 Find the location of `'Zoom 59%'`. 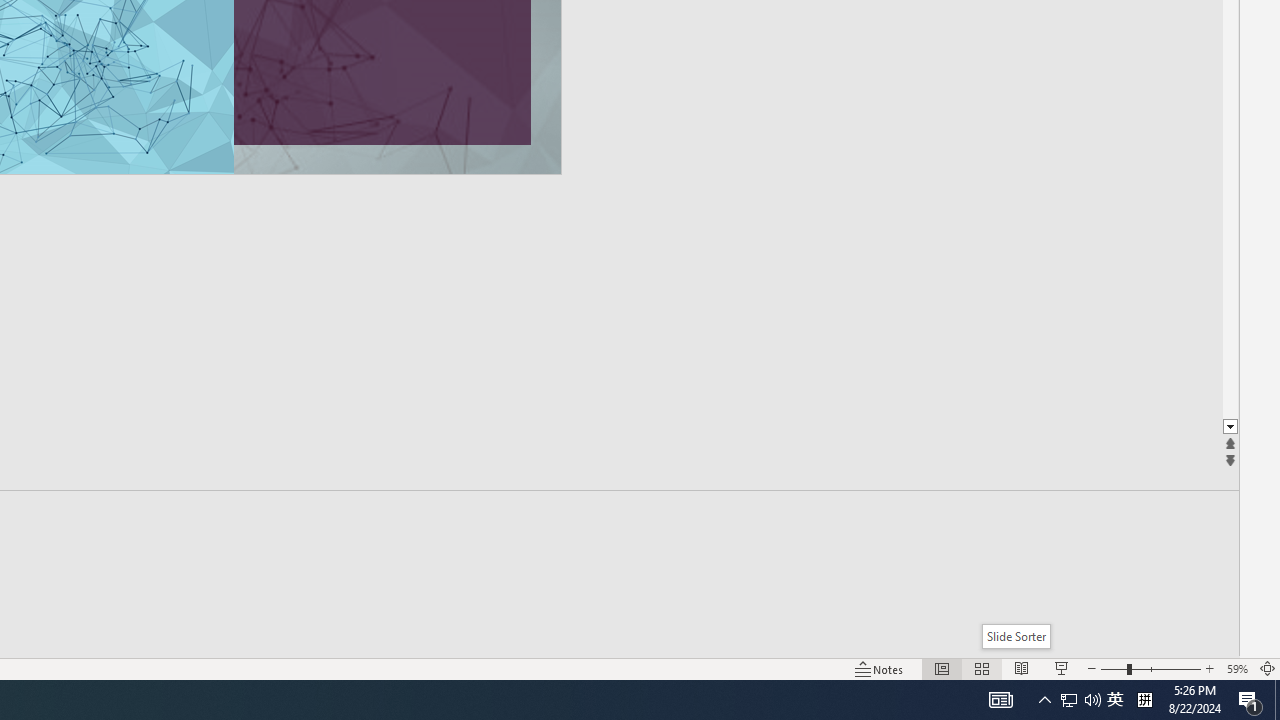

'Zoom 59%' is located at coordinates (1236, 669).